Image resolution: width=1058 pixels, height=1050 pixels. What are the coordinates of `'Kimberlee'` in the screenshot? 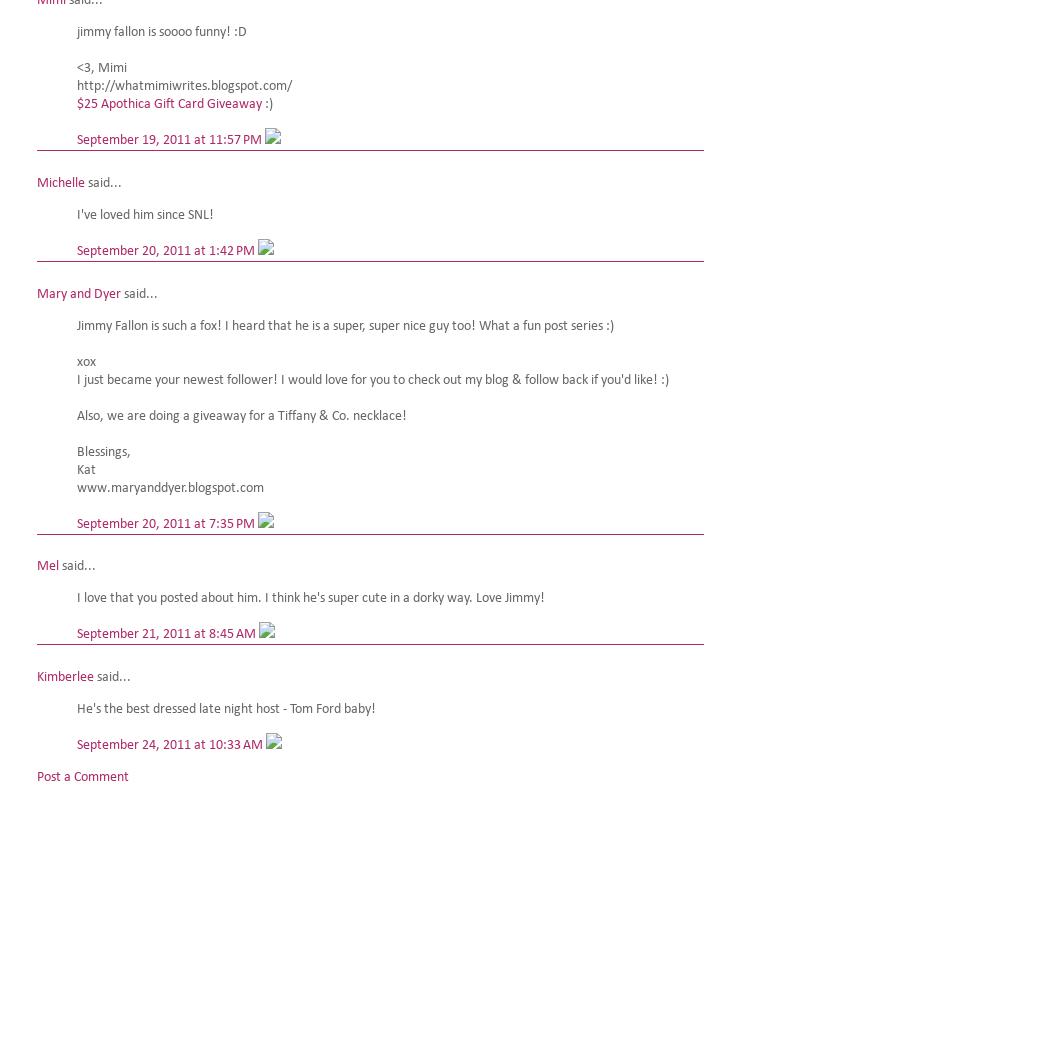 It's located at (65, 677).